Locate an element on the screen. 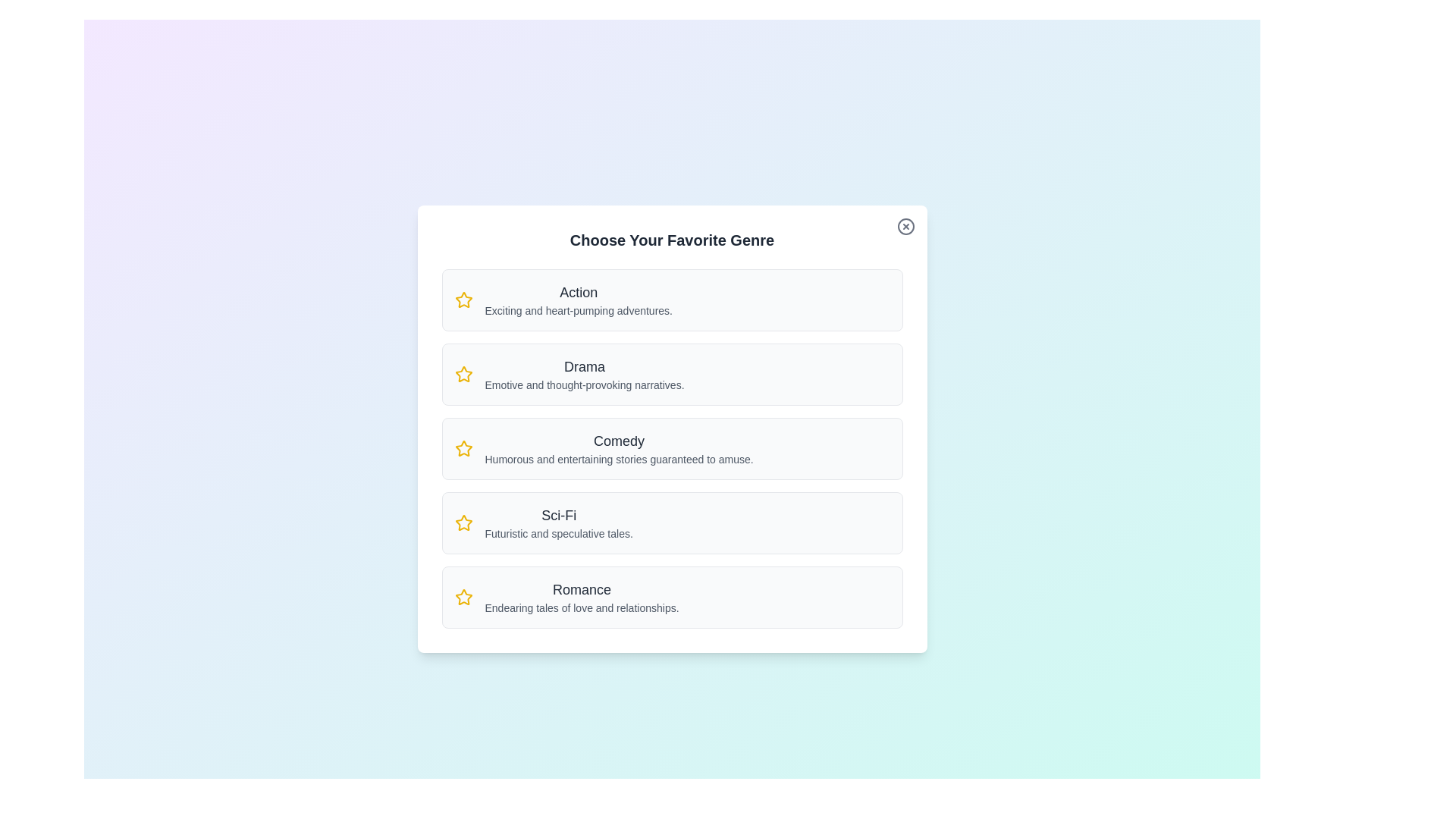 The width and height of the screenshot is (1456, 819). the genre description for Romance is located at coordinates (581, 596).